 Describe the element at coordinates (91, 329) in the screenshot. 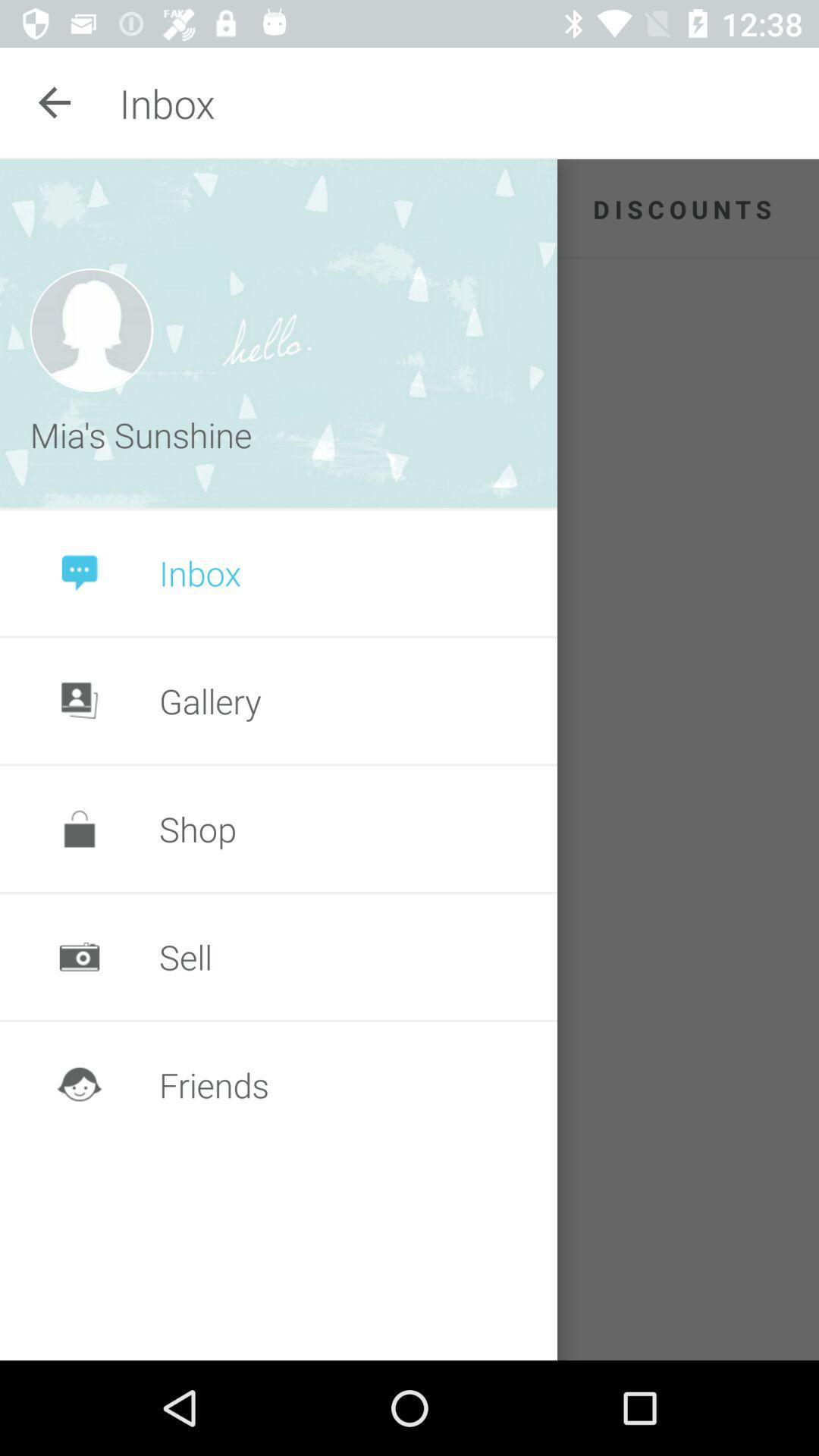

I see `icon below the messages app` at that location.